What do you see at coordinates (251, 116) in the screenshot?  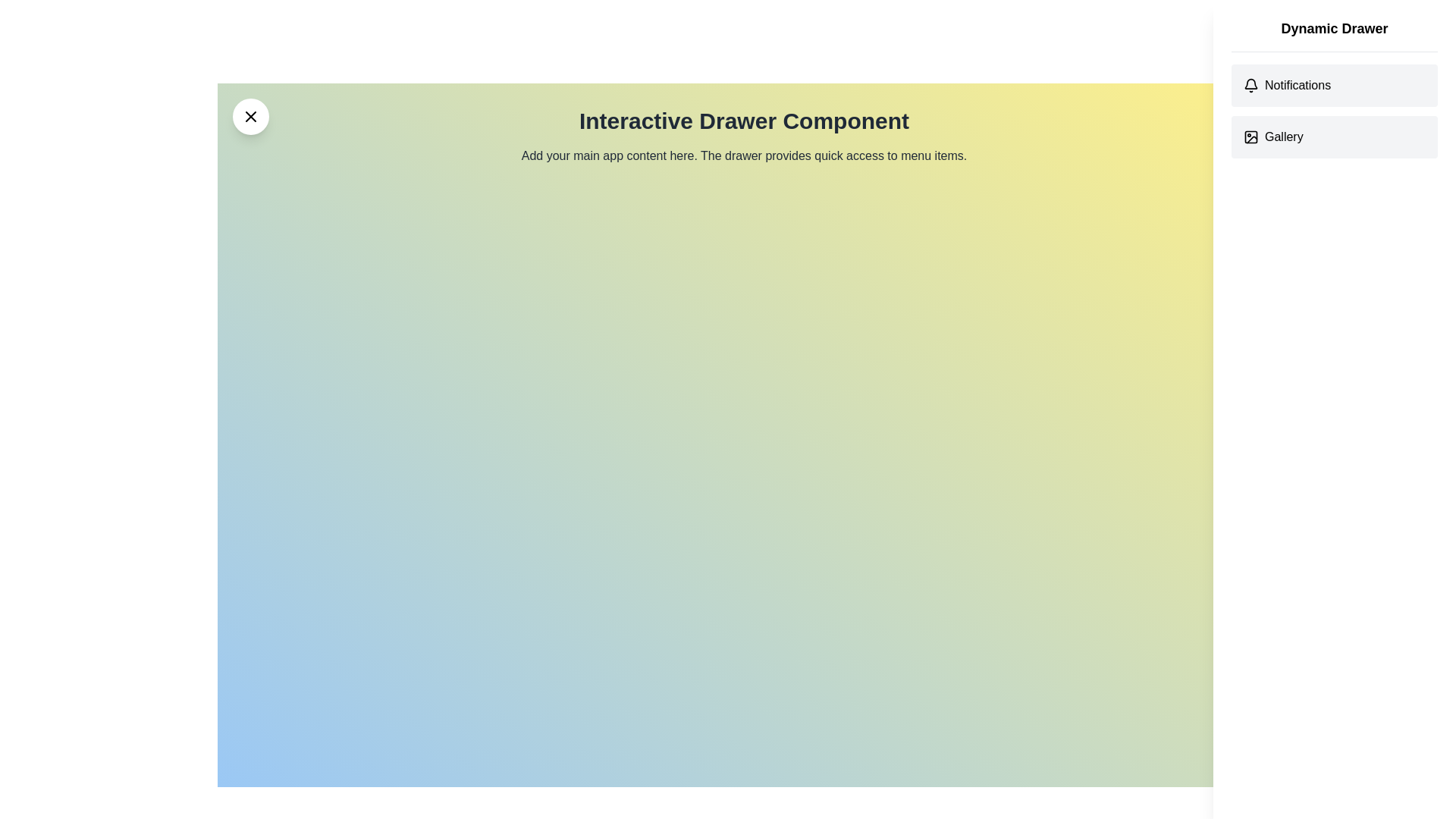 I see `the diagonal cross icon styled as an 'X' within the circular area in the header of the interactive drawer component` at bounding box center [251, 116].